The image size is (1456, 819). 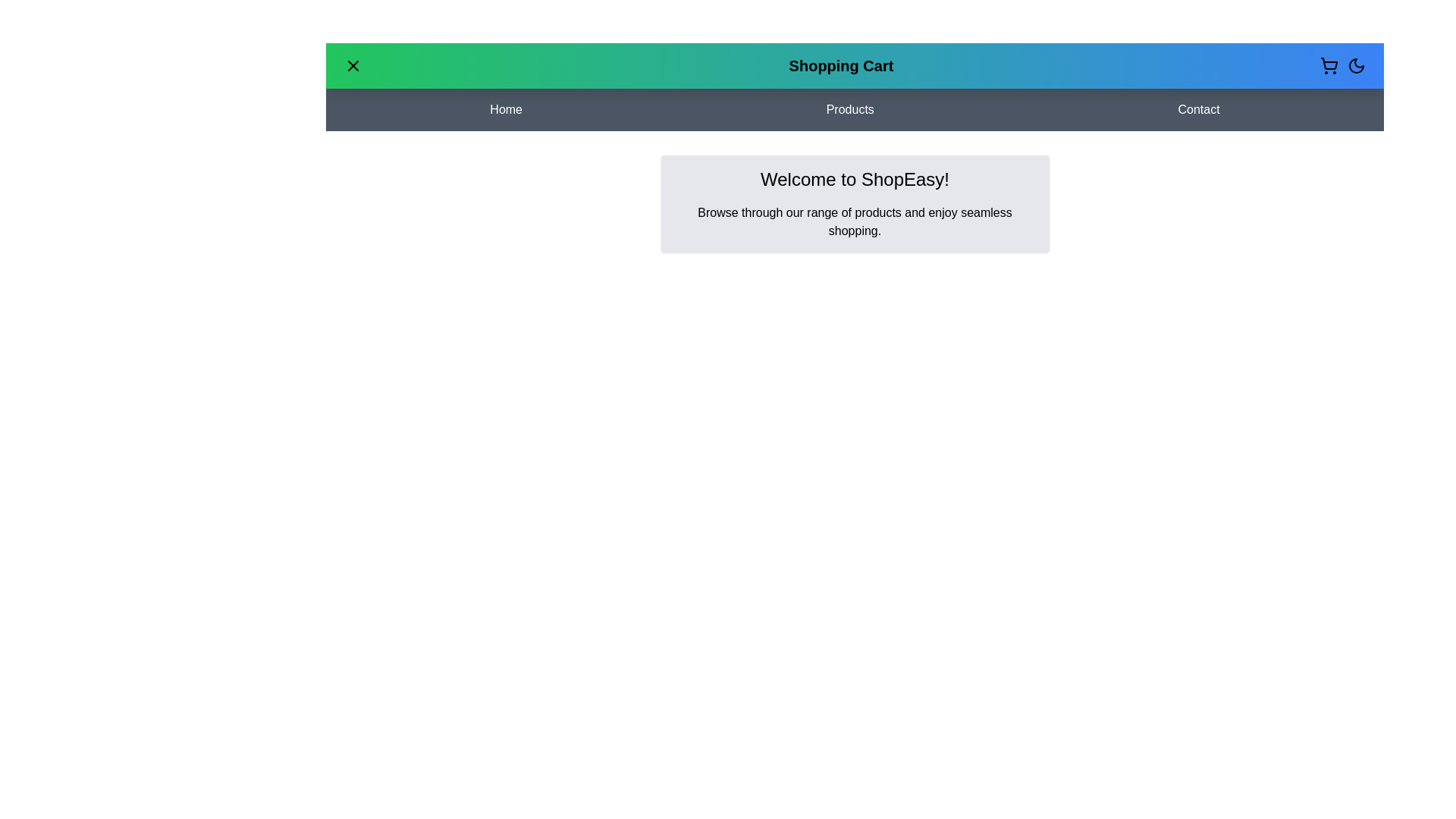 What do you see at coordinates (1357, 65) in the screenshot?
I see `the button with the moon icon to switch between light and dark mode` at bounding box center [1357, 65].